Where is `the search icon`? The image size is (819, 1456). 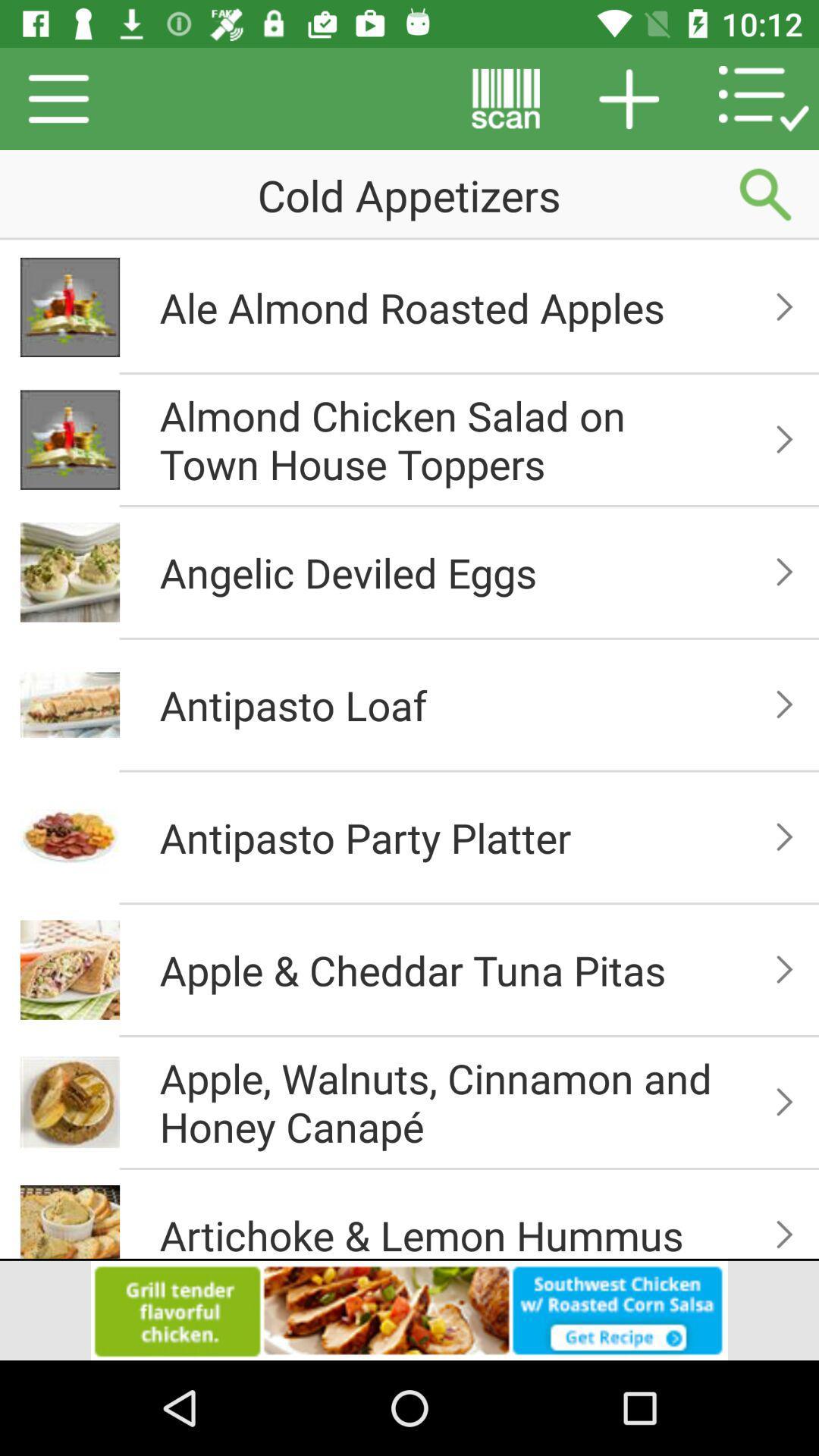
the search icon is located at coordinates (766, 194).